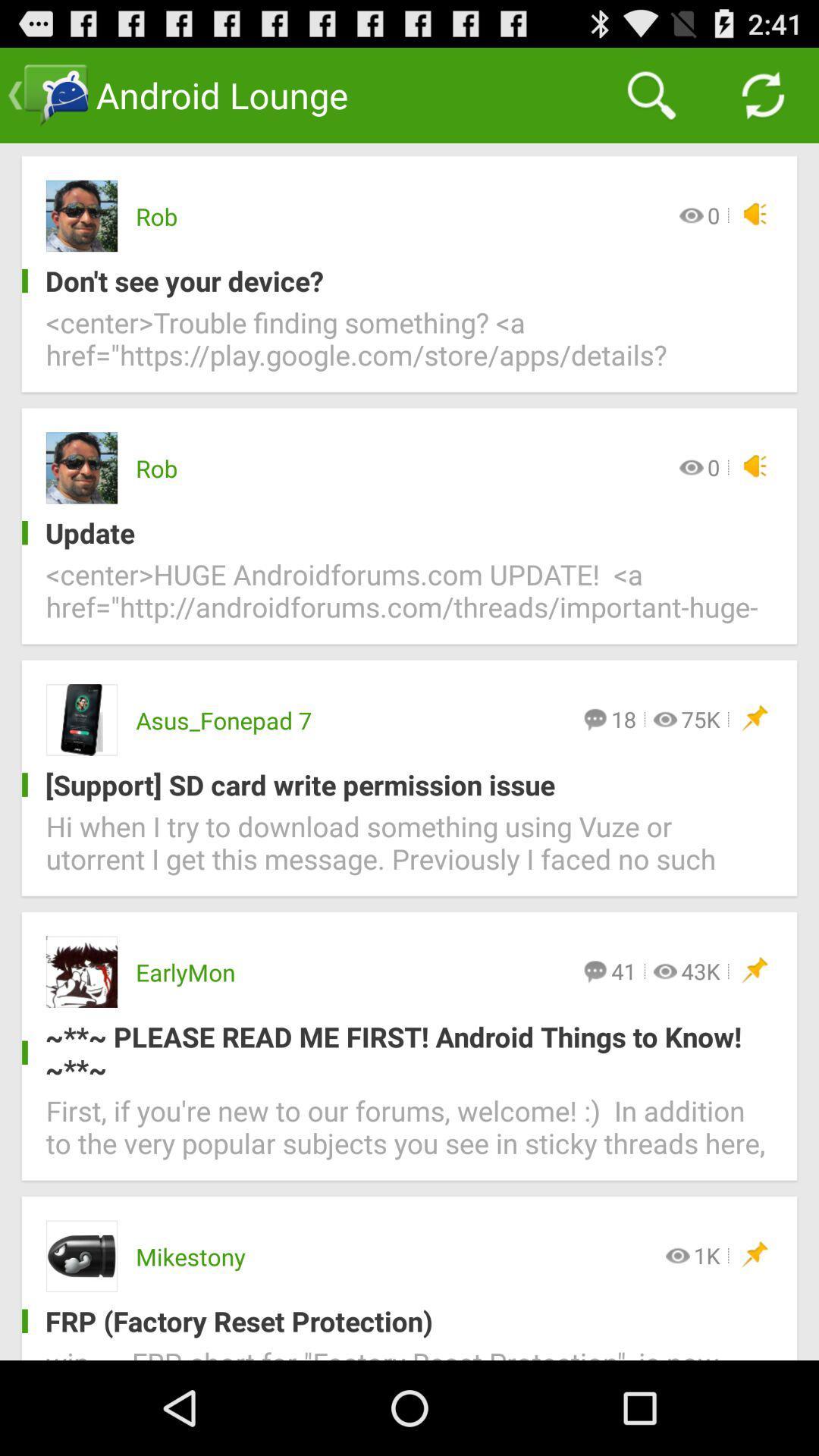 The image size is (819, 1456). Describe the element at coordinates (397, 1052) in the screenshot. I see `please read me` at that location.